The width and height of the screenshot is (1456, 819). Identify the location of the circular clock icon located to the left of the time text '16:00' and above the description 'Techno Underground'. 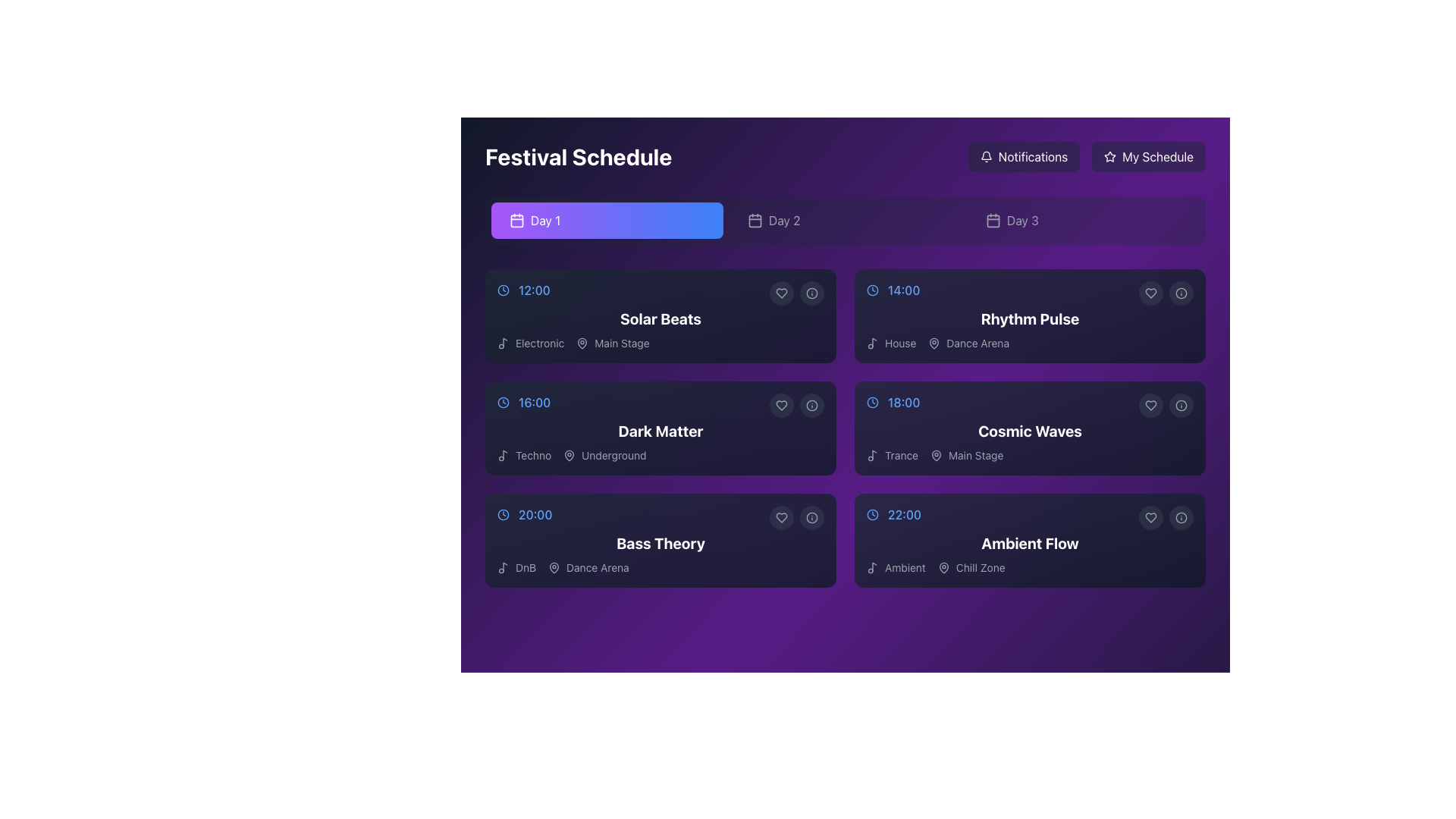
(503, 402).